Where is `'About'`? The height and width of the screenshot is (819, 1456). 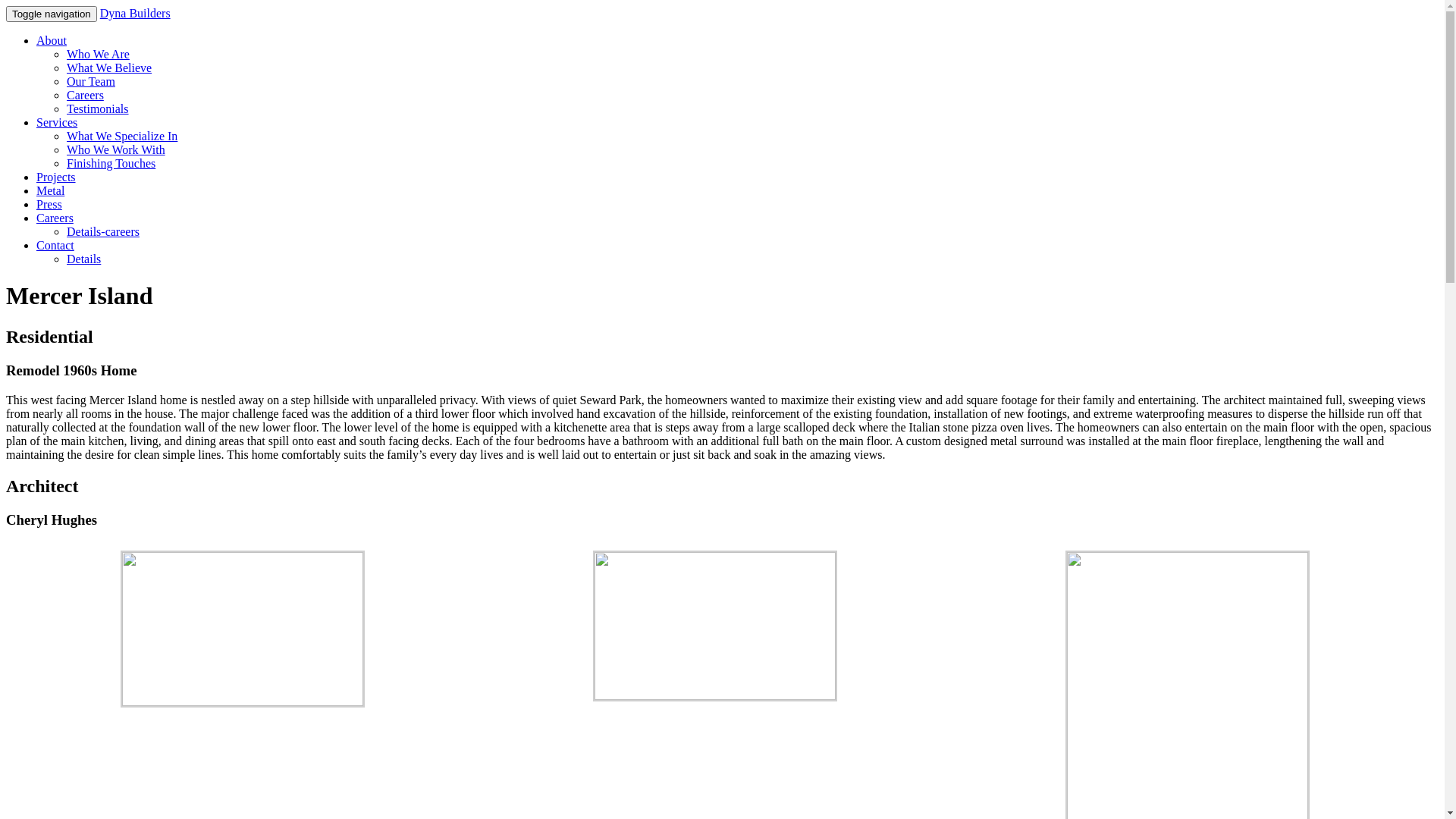 'About' is located at coordinates (51, 39).